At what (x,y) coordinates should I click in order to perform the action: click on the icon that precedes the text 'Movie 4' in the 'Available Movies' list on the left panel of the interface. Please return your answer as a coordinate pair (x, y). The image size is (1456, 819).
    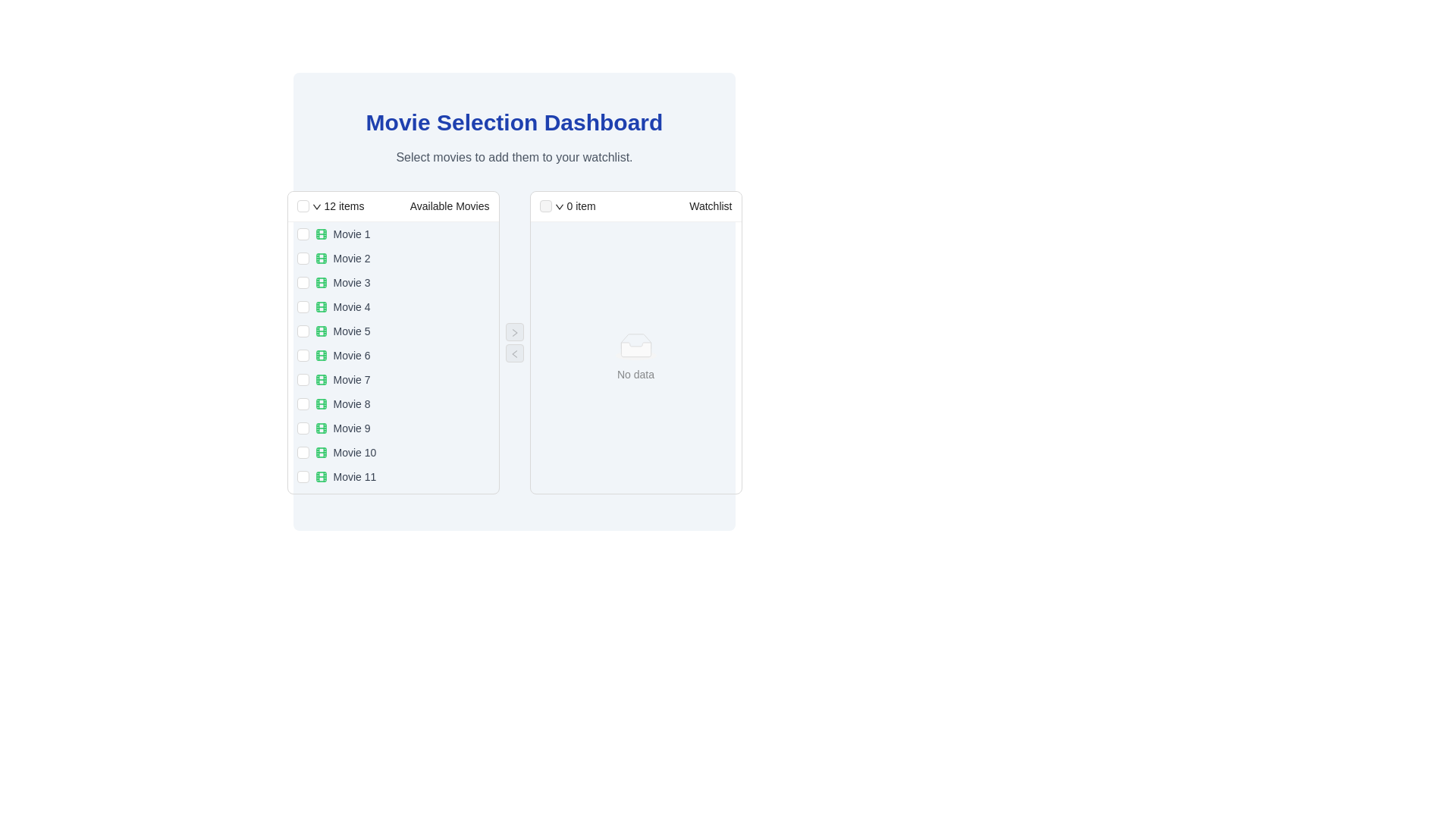
    Looking at the image, I should click on (320, 307).